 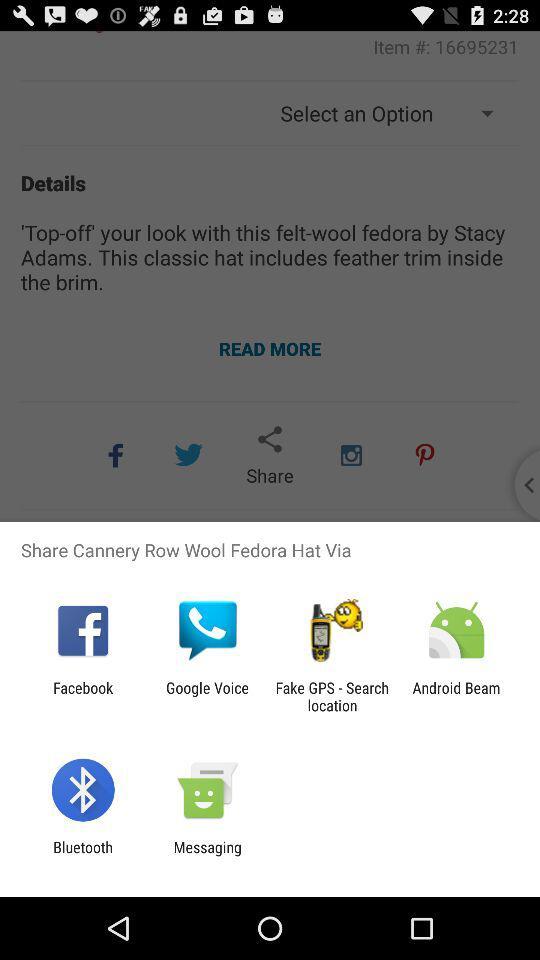 What do you see at coordinates (332, 696) in the screenshot?
I see `the icon to the left of the android beam item` at bounding box center [332, 696].